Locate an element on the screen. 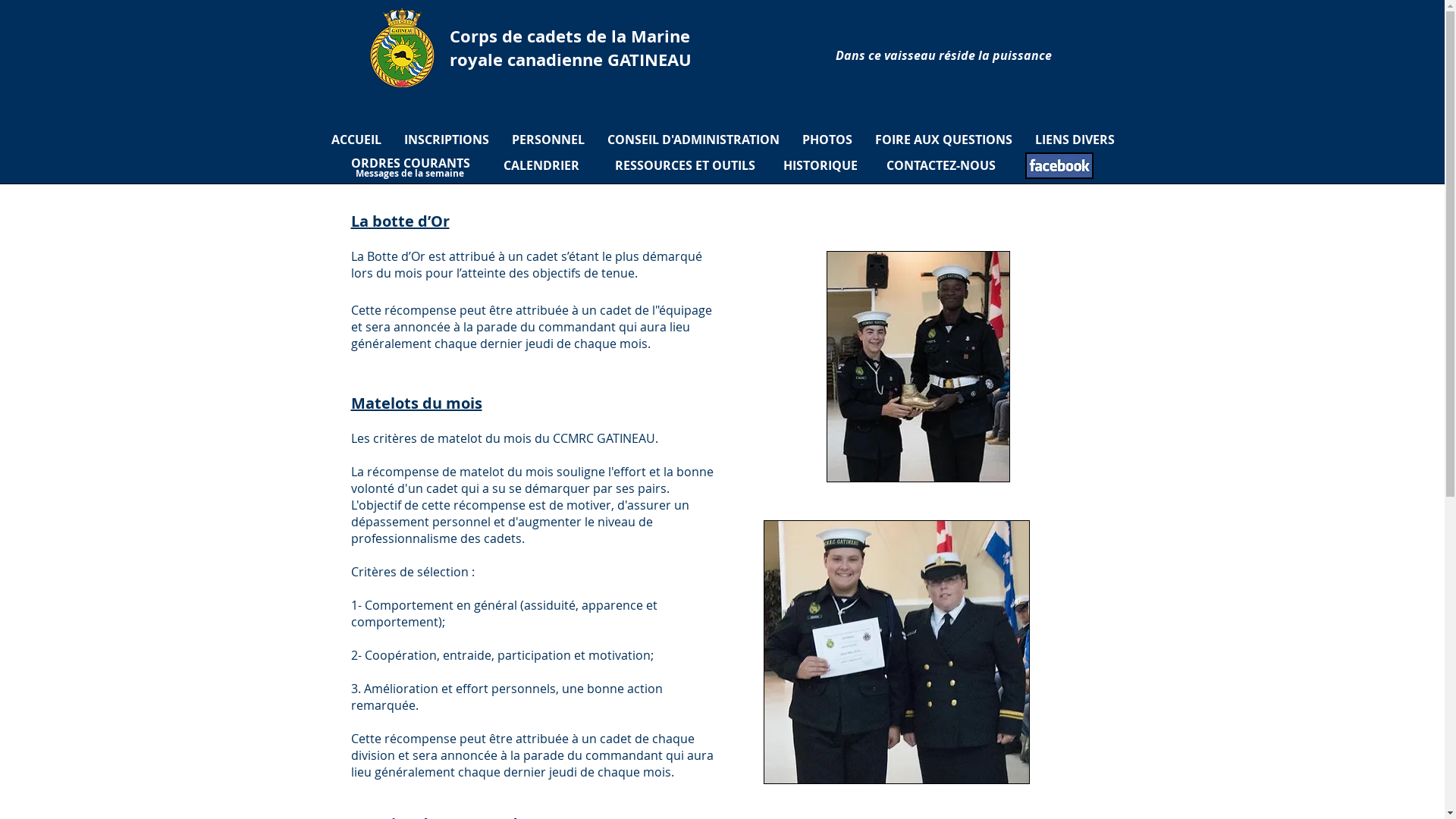 This screenshot has height=819, width=1456. 'Messages de la semaine' is located at coordinates (409, 172).